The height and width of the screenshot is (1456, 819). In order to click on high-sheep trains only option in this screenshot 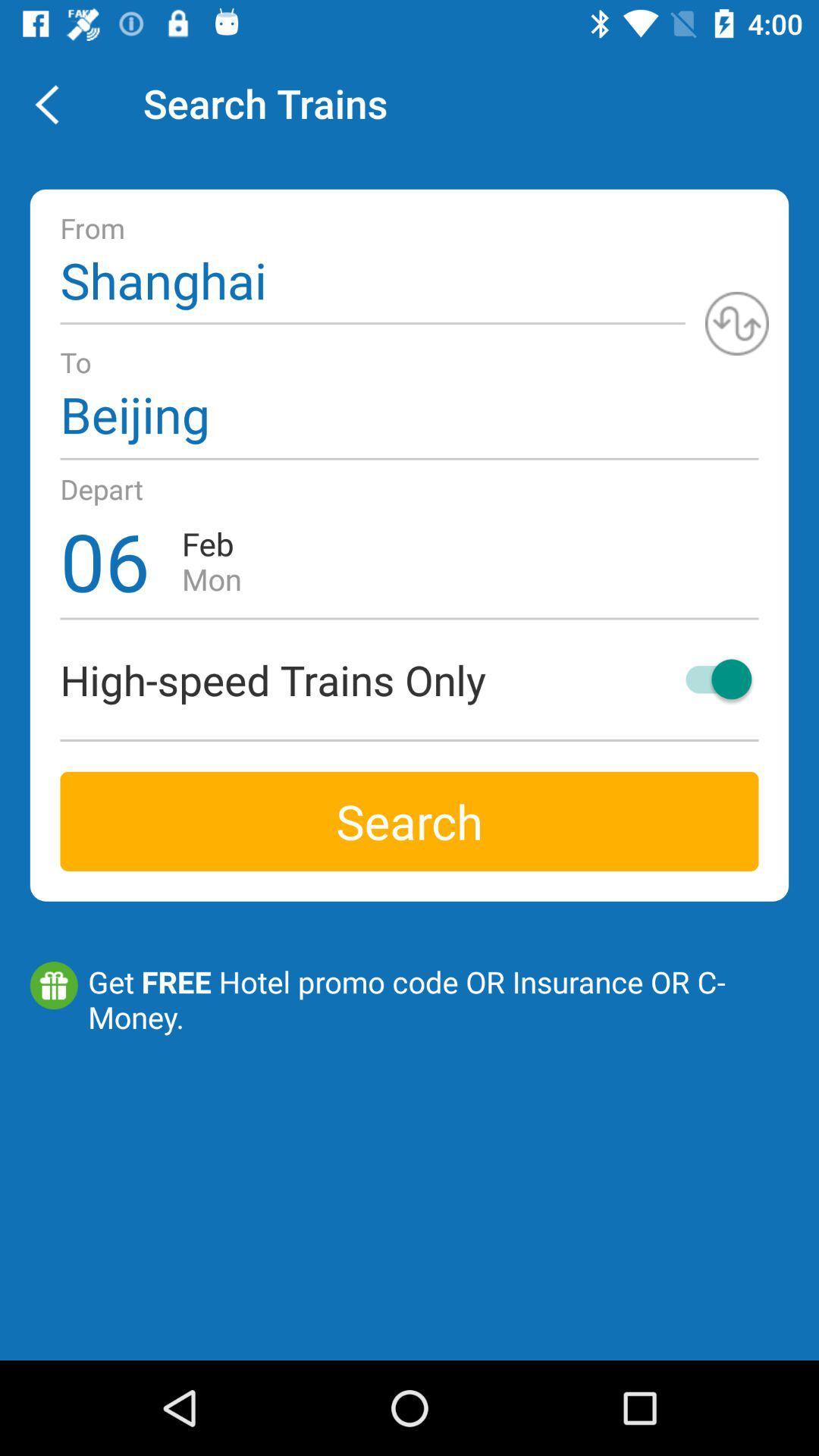, I will do `click(711, 678)`.